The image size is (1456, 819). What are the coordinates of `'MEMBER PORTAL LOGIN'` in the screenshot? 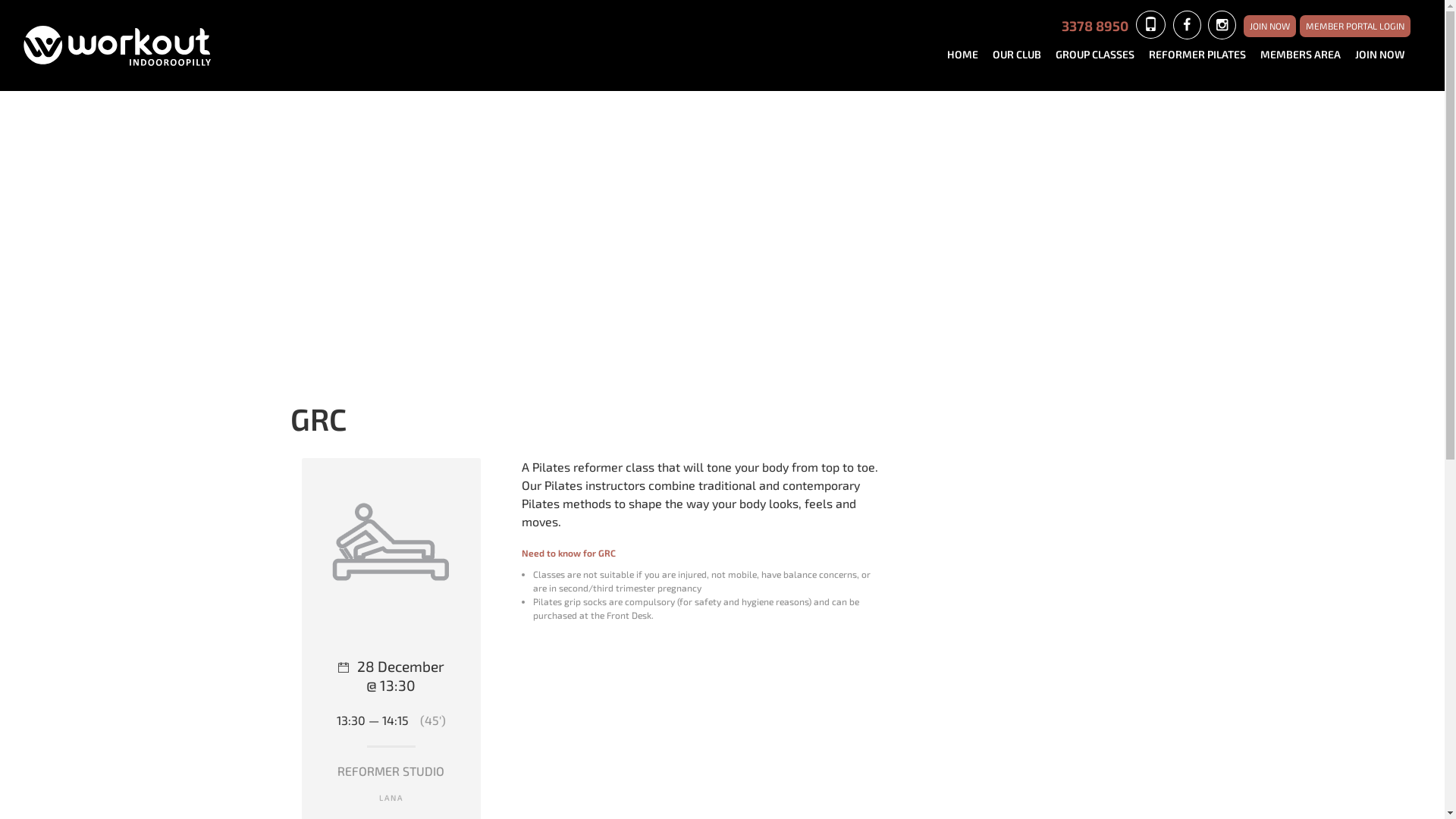 It's located at (1354, 26).